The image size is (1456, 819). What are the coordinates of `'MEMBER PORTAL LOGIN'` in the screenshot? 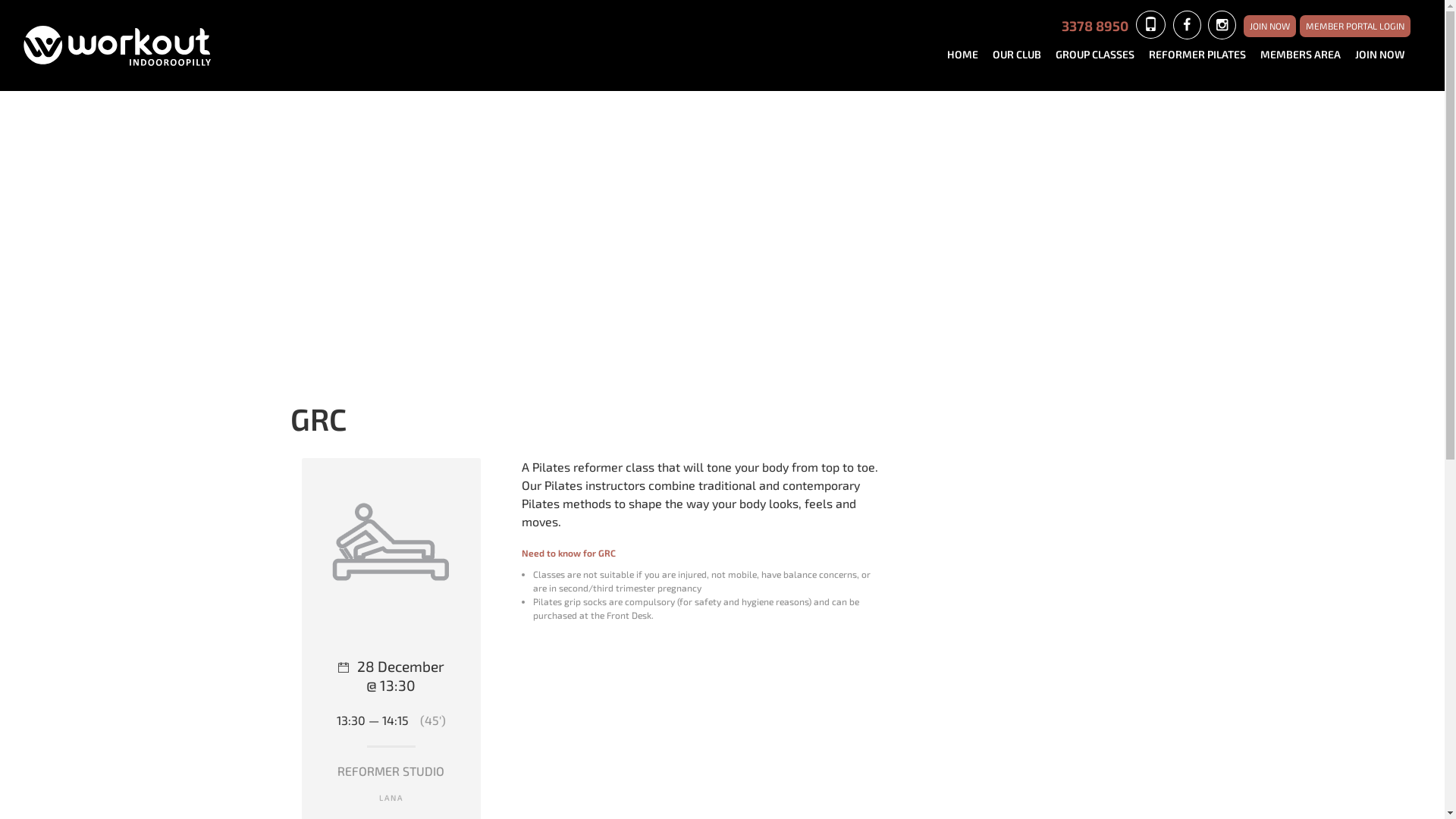 It's located at (1354, 26).